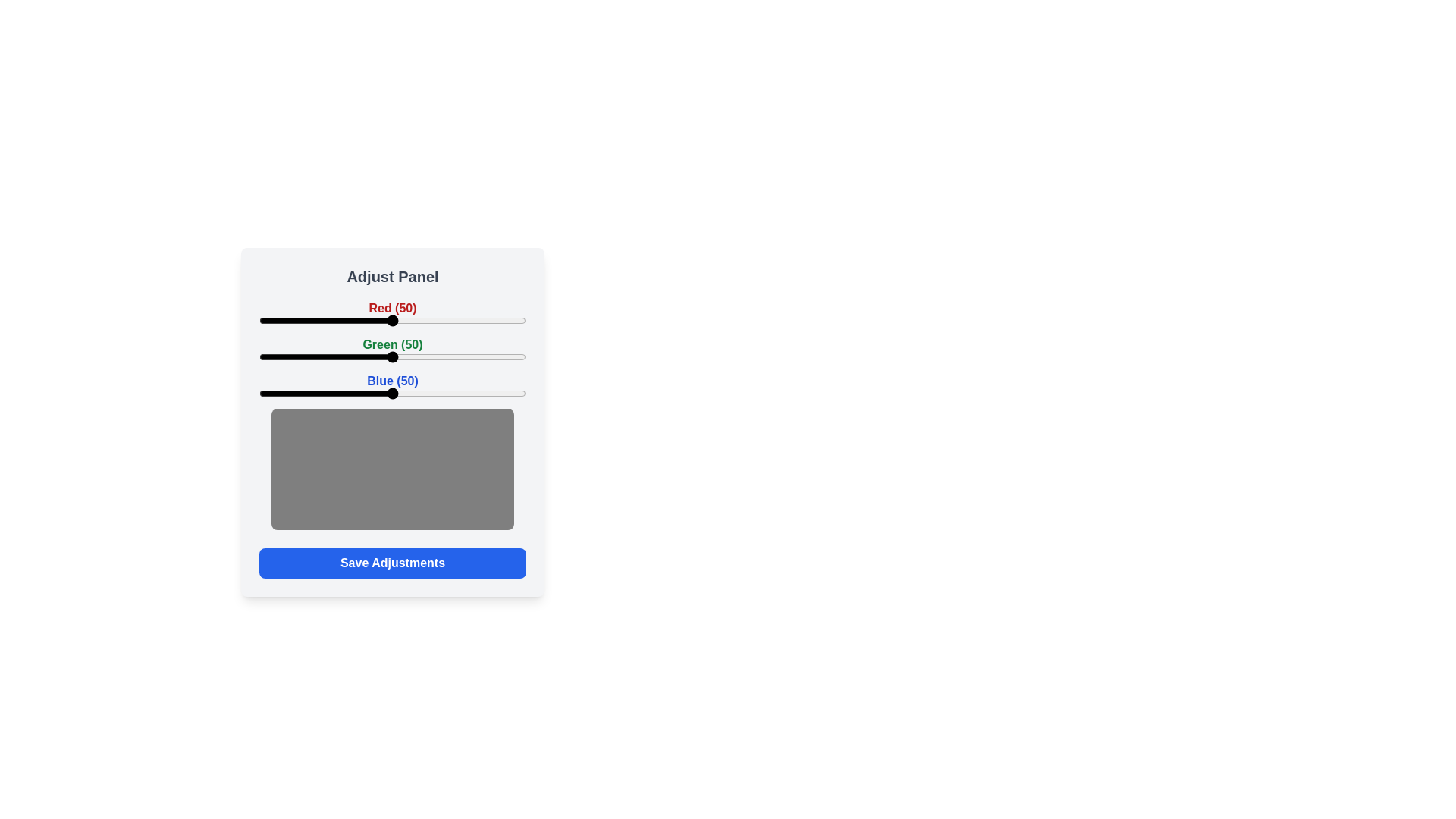 This screenshot has width=1456, height=819. Describe the element at coordinates (416, 356) in the screenshot. I see `the green slider to set its value to 59` at that location.